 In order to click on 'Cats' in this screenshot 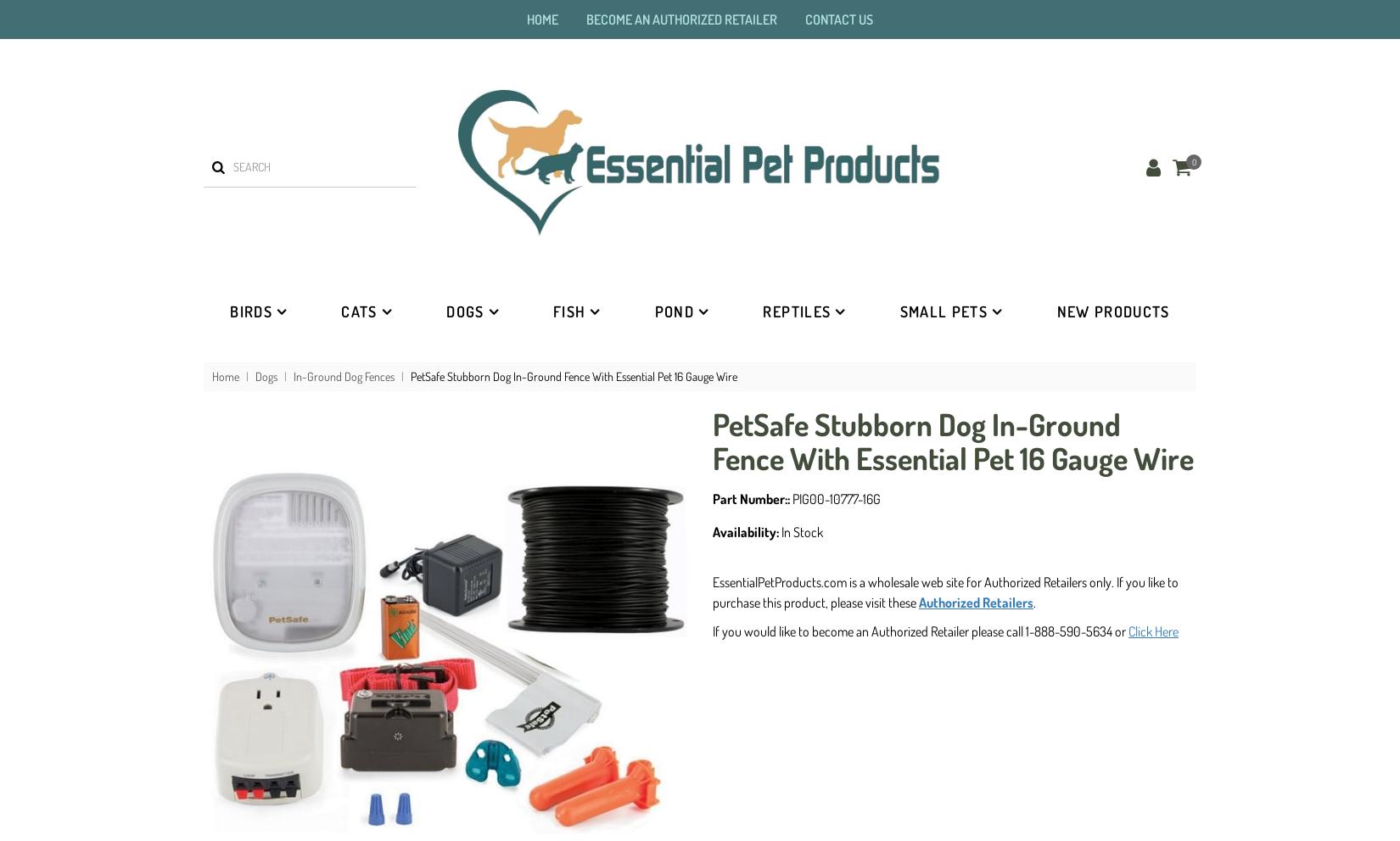, I will do `click(358, 310)`.